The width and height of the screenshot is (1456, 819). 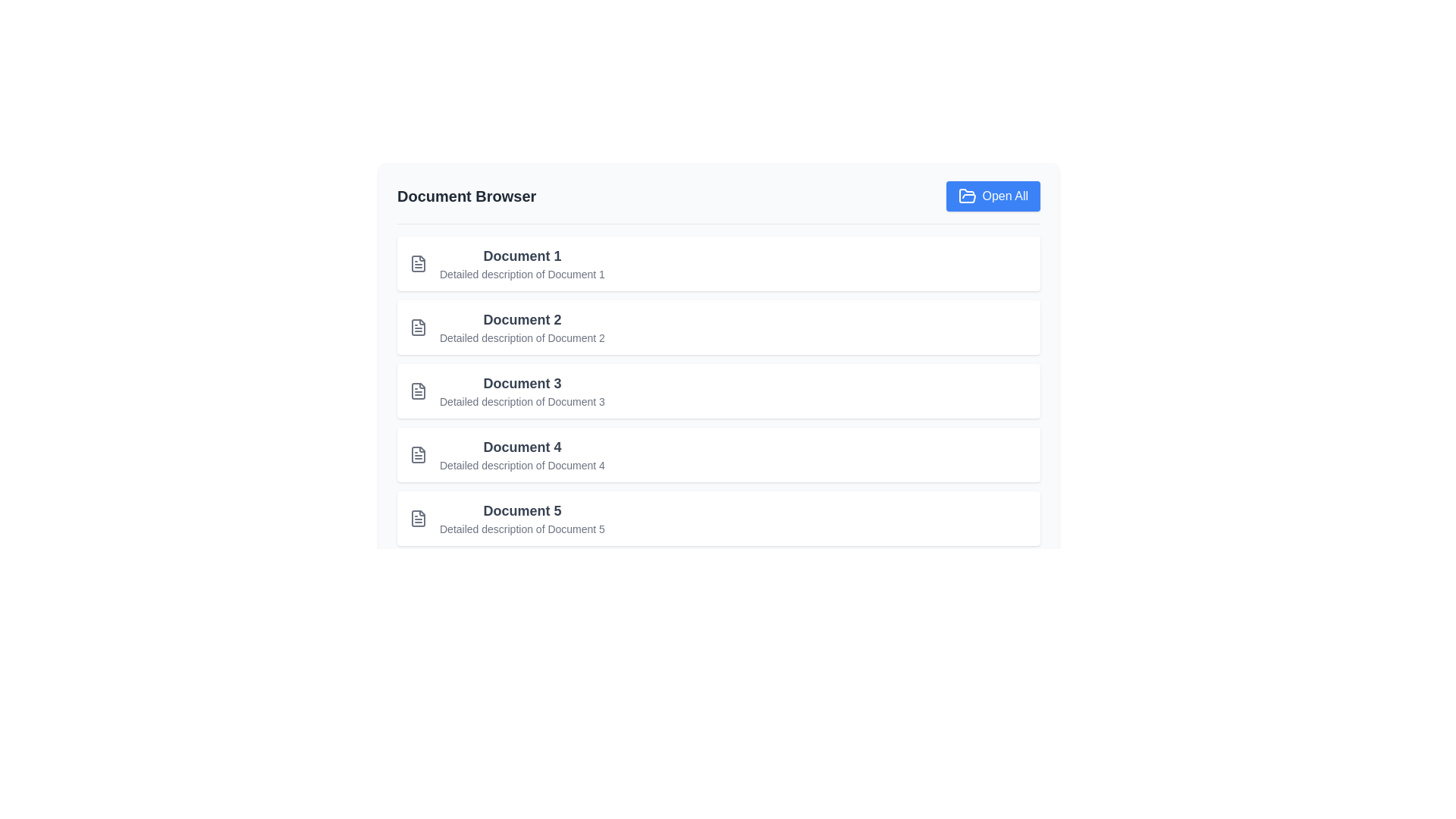 I want to click on title text 'Document 1' of the first document entry in the list, located at the top left section of the document list, so click(x=522, y=256).